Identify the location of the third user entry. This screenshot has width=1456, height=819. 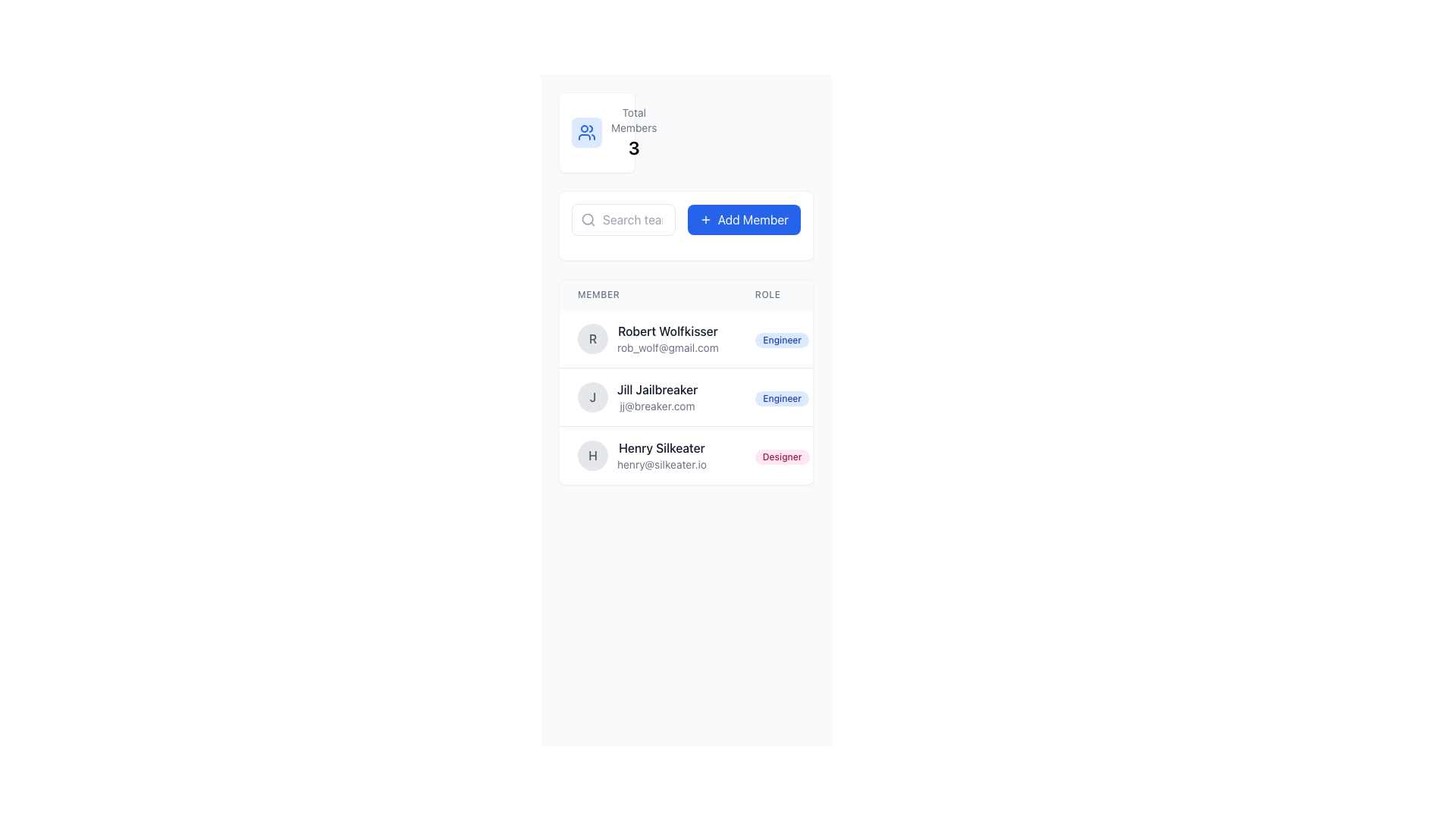
(827, 454).